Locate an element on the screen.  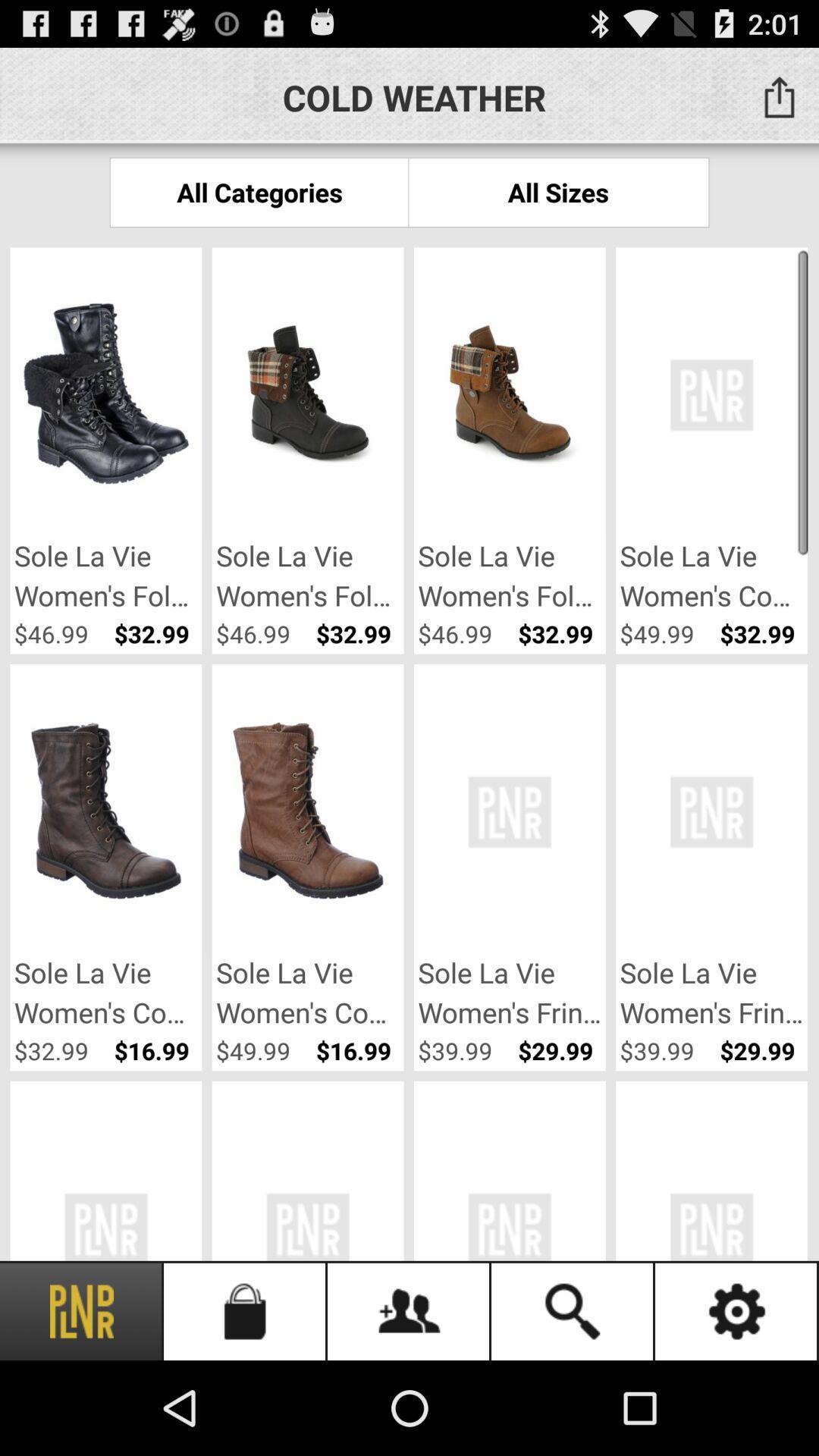
item next to the all sizes icon is located at coordinates (259, 191).